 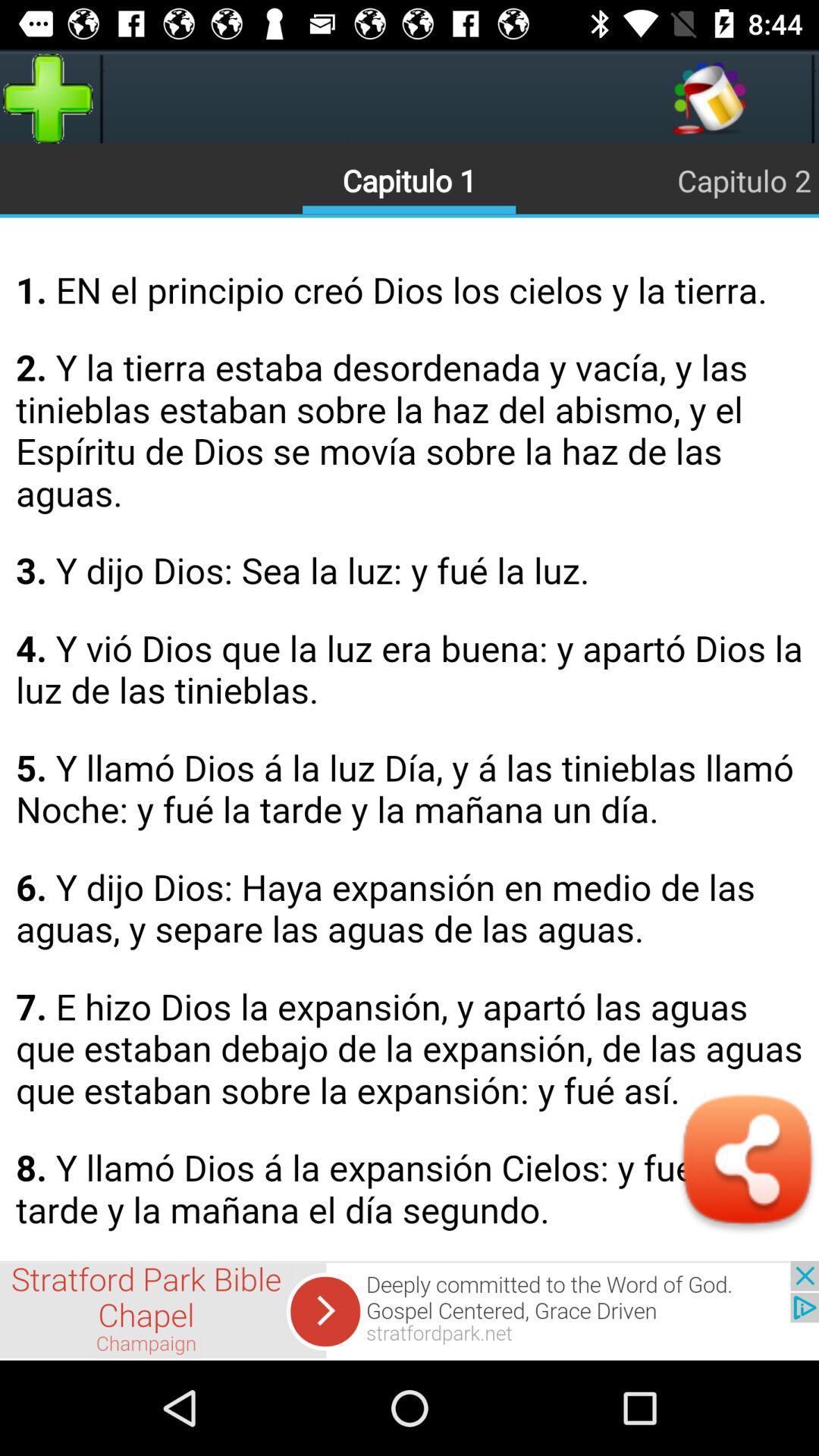 I want to click on the share icon, so click(x=746, y=1164).